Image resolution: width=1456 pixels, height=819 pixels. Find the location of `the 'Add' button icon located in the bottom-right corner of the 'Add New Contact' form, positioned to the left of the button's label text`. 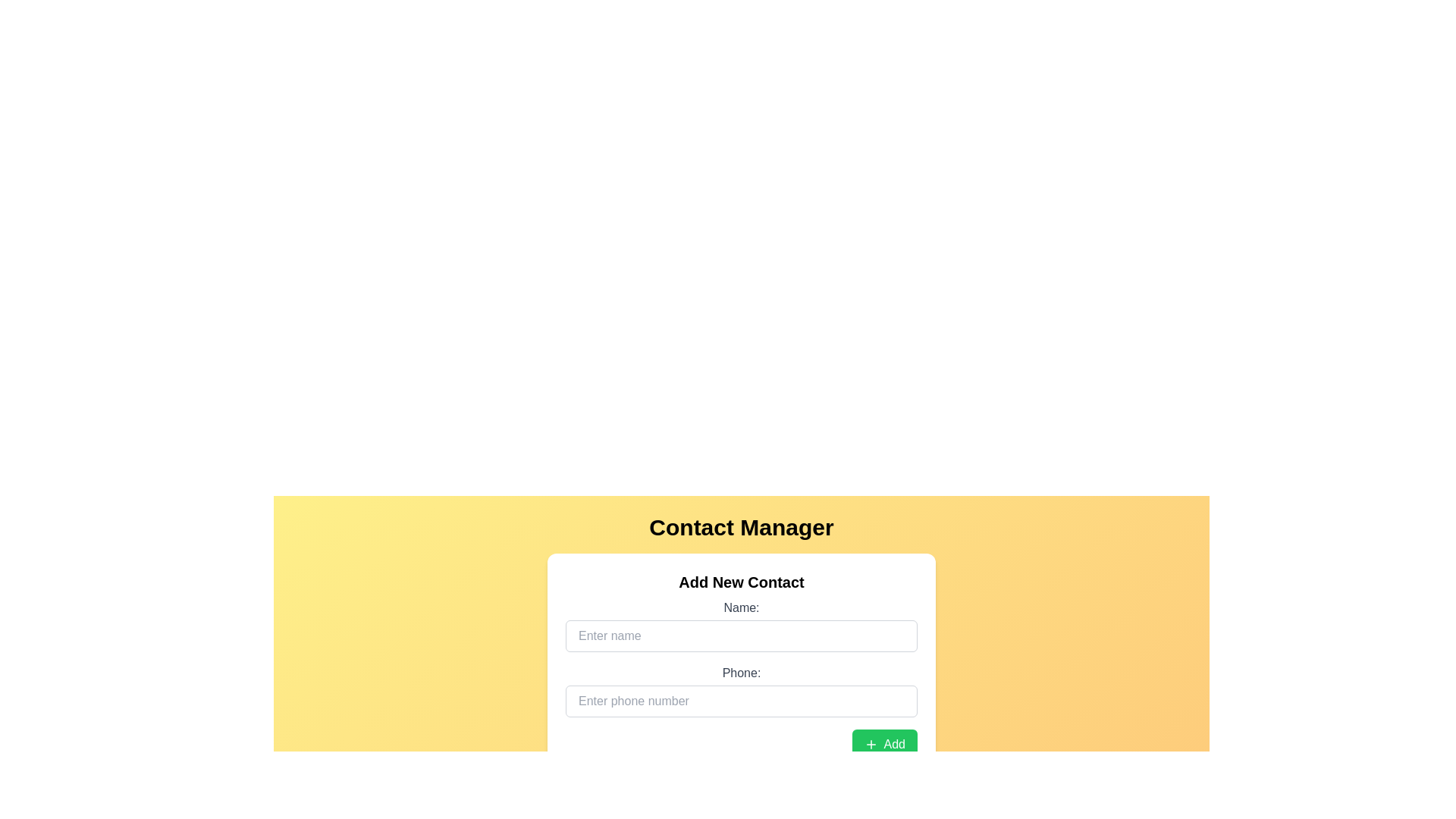

the 'Add' button icon located in the bottom-right corner of the 'Add New Contact' form, positioned to the left of the button's label text is located at coordinates (871, 744).